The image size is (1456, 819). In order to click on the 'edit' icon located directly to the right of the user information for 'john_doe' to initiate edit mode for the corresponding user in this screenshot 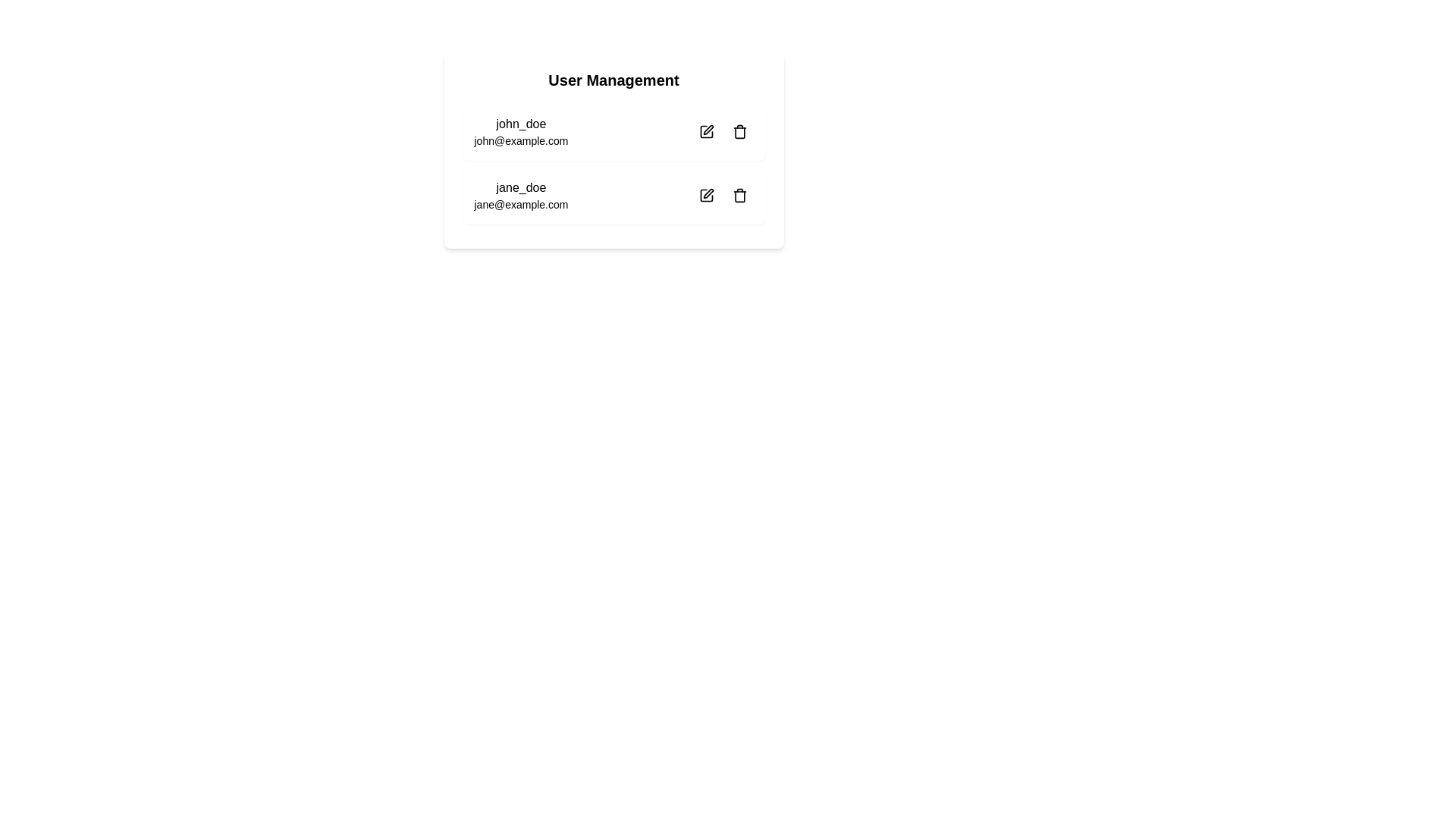, I will do `click(705, 130)`.